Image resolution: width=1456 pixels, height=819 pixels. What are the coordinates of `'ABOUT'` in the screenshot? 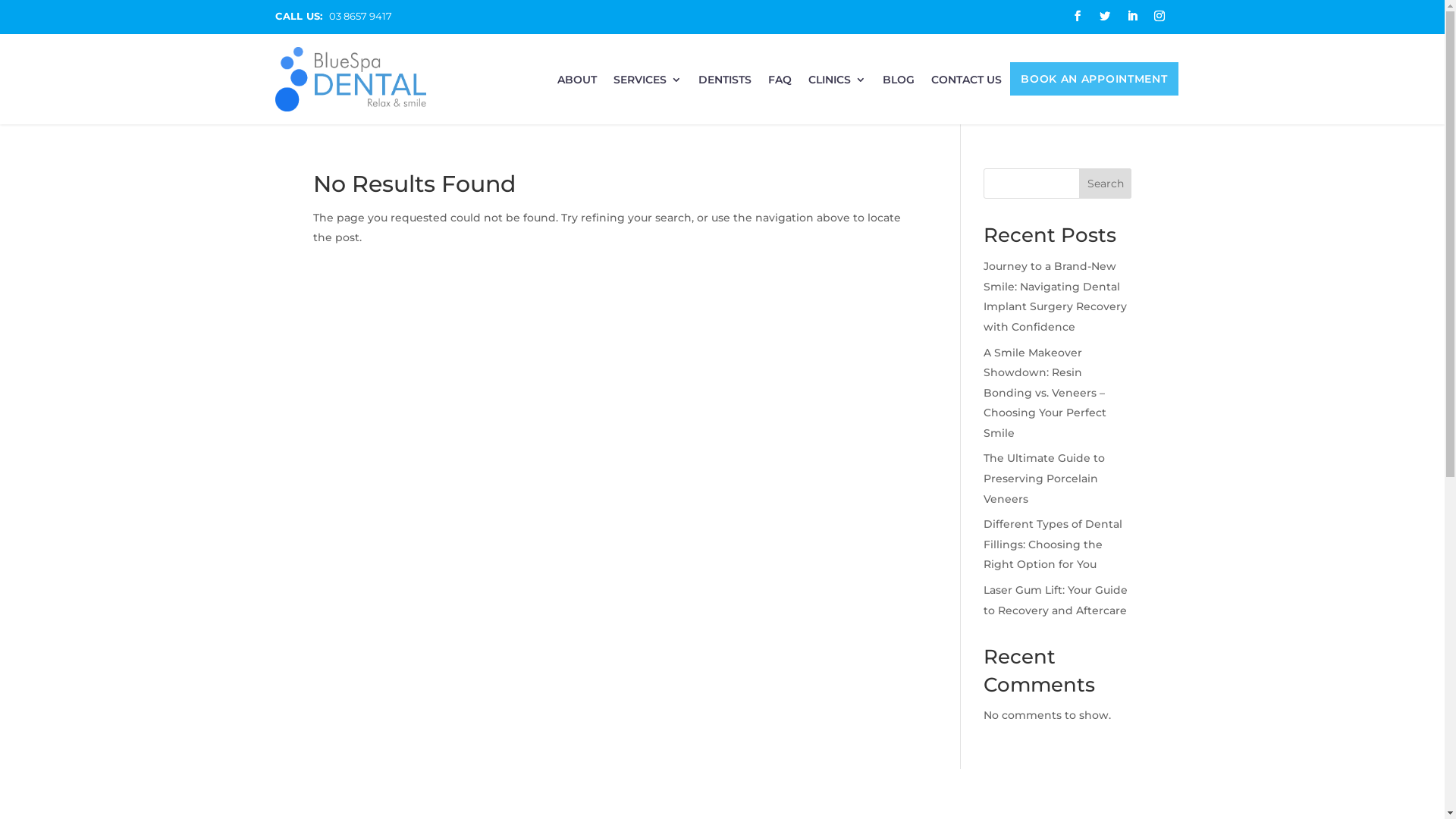 It's located at (556, 84).